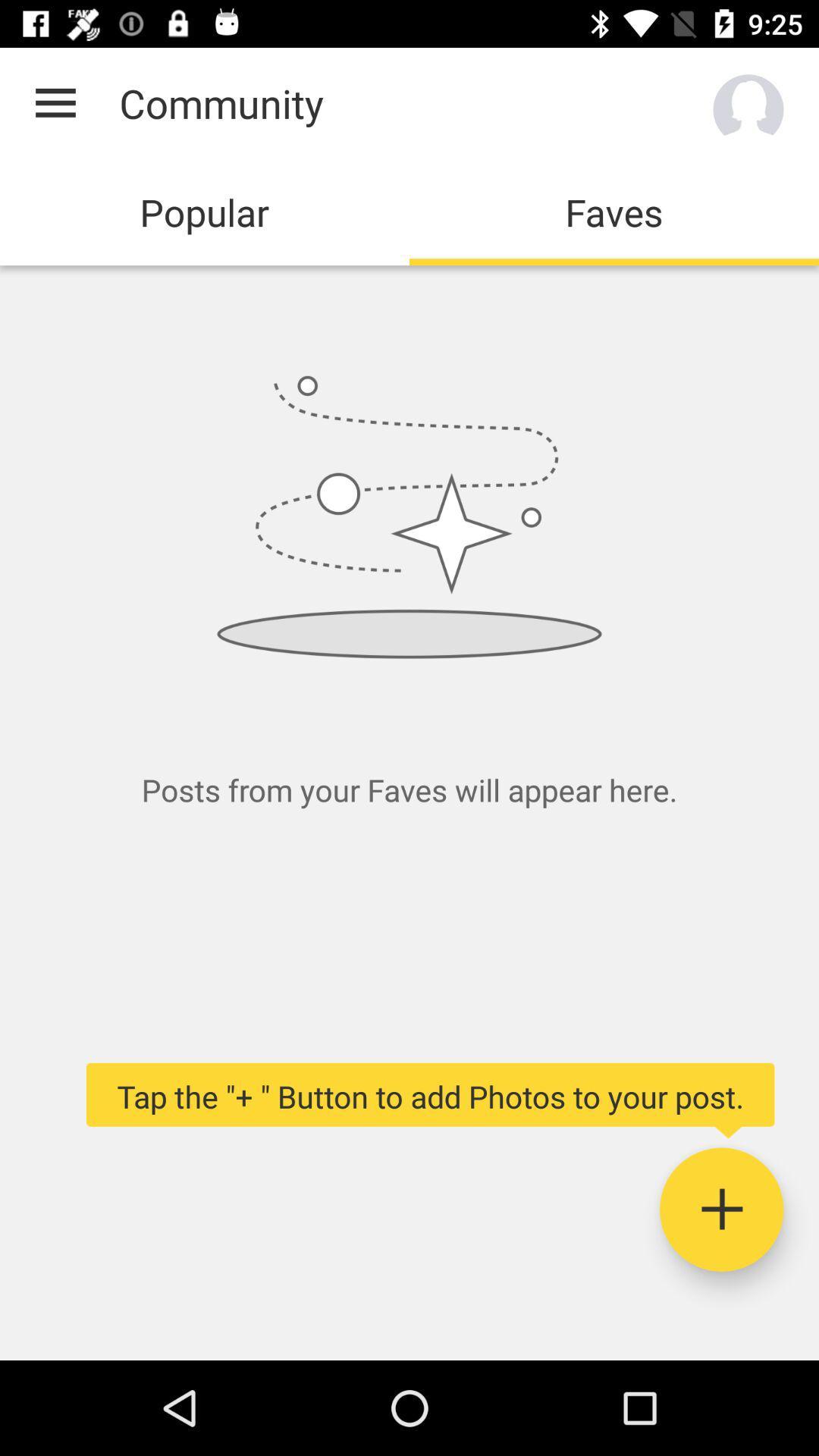 The image size is (819, 1456). Describe the element at coordinates (720, 1209) in the screenshot. I see `icon at the bottom right corner` at that location.